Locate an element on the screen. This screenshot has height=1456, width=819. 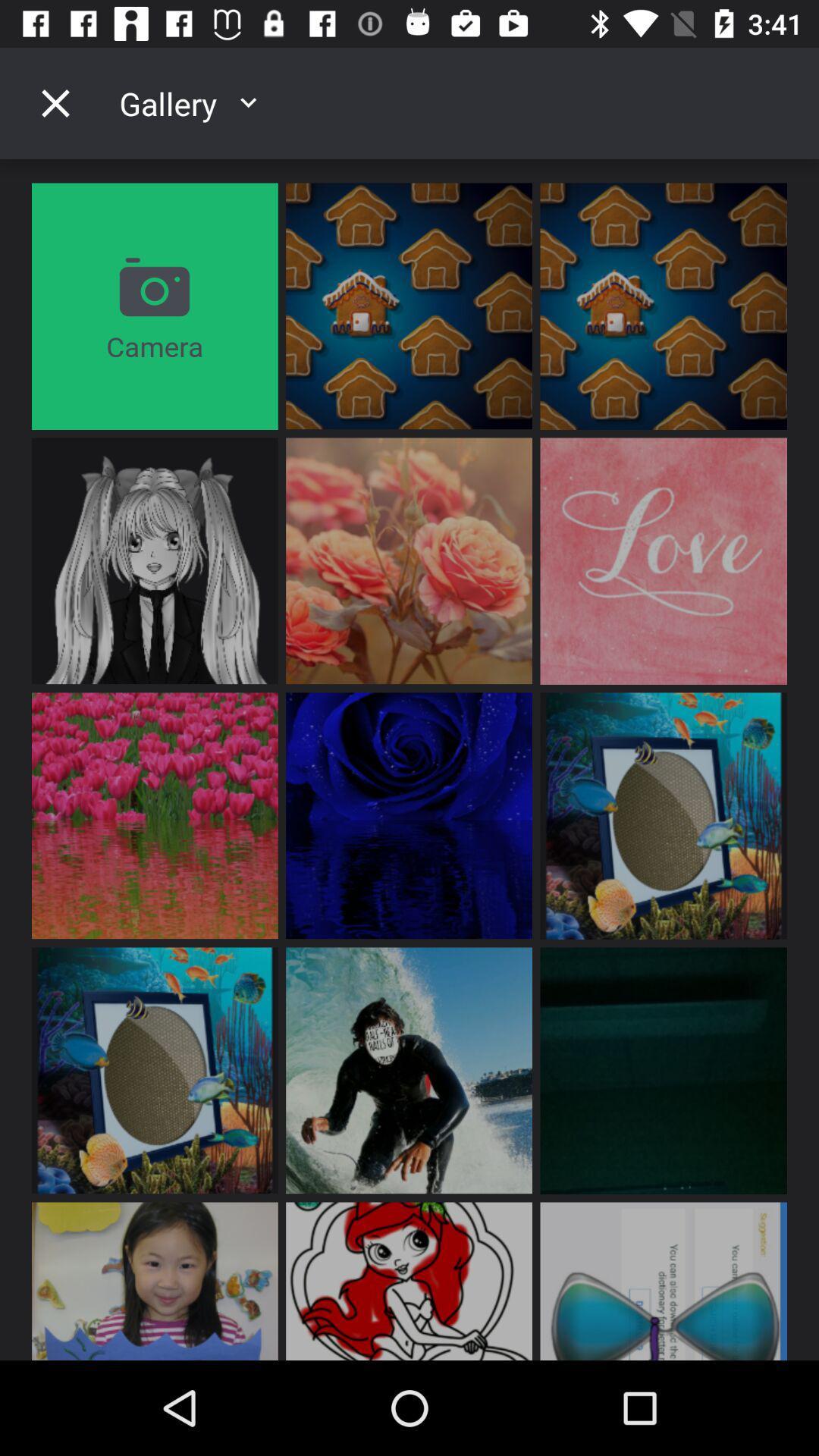
the image which is third row first box is located at coordinates (155, 814).